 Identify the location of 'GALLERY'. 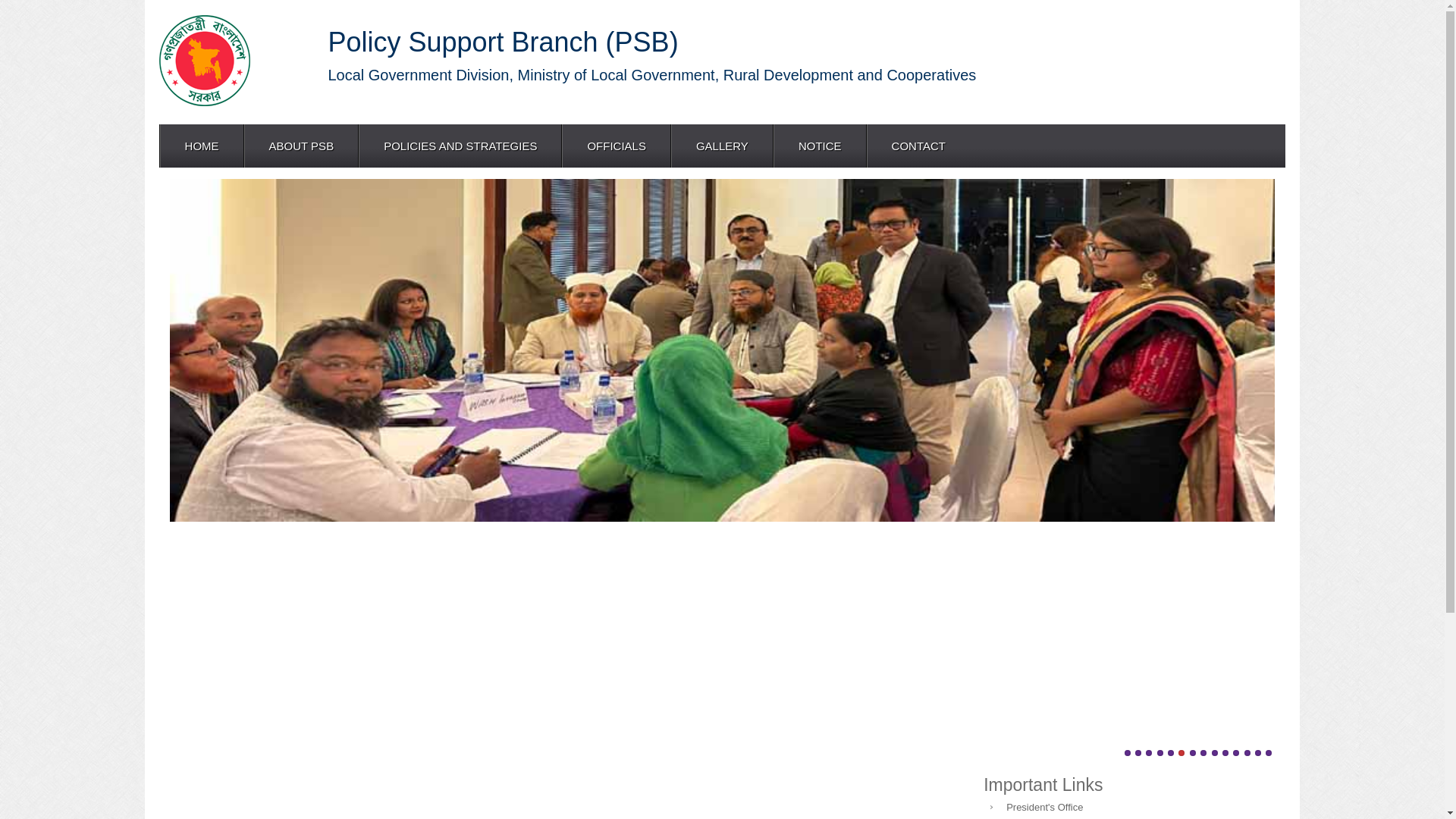
(720, 146).